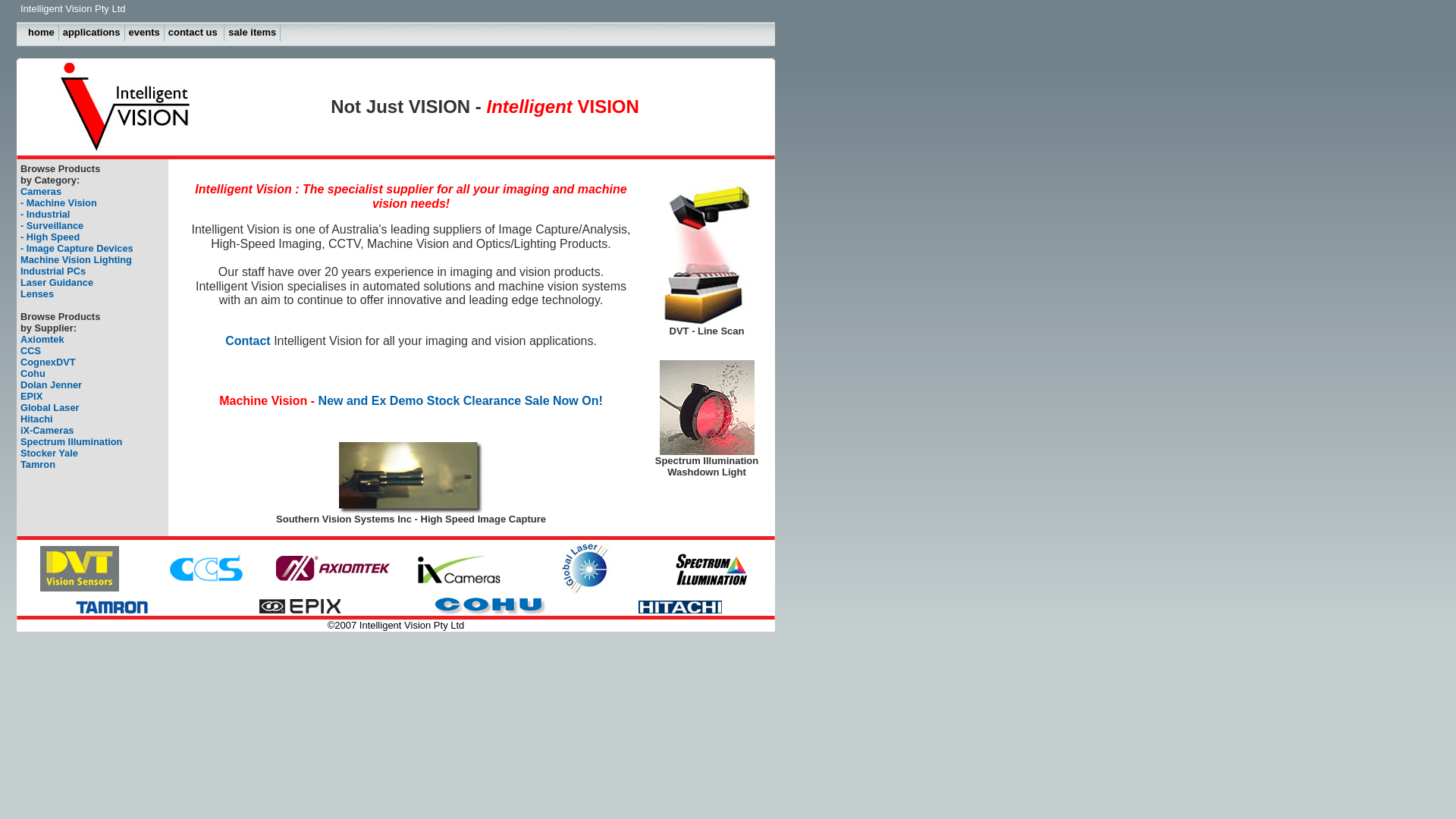 Image resolution: width=1456 pixels, height=819 pixels. What do you see at coordinates (50, 406) in the screenshot?
I see `'Global Laser'` at bounding box center [50, 406].